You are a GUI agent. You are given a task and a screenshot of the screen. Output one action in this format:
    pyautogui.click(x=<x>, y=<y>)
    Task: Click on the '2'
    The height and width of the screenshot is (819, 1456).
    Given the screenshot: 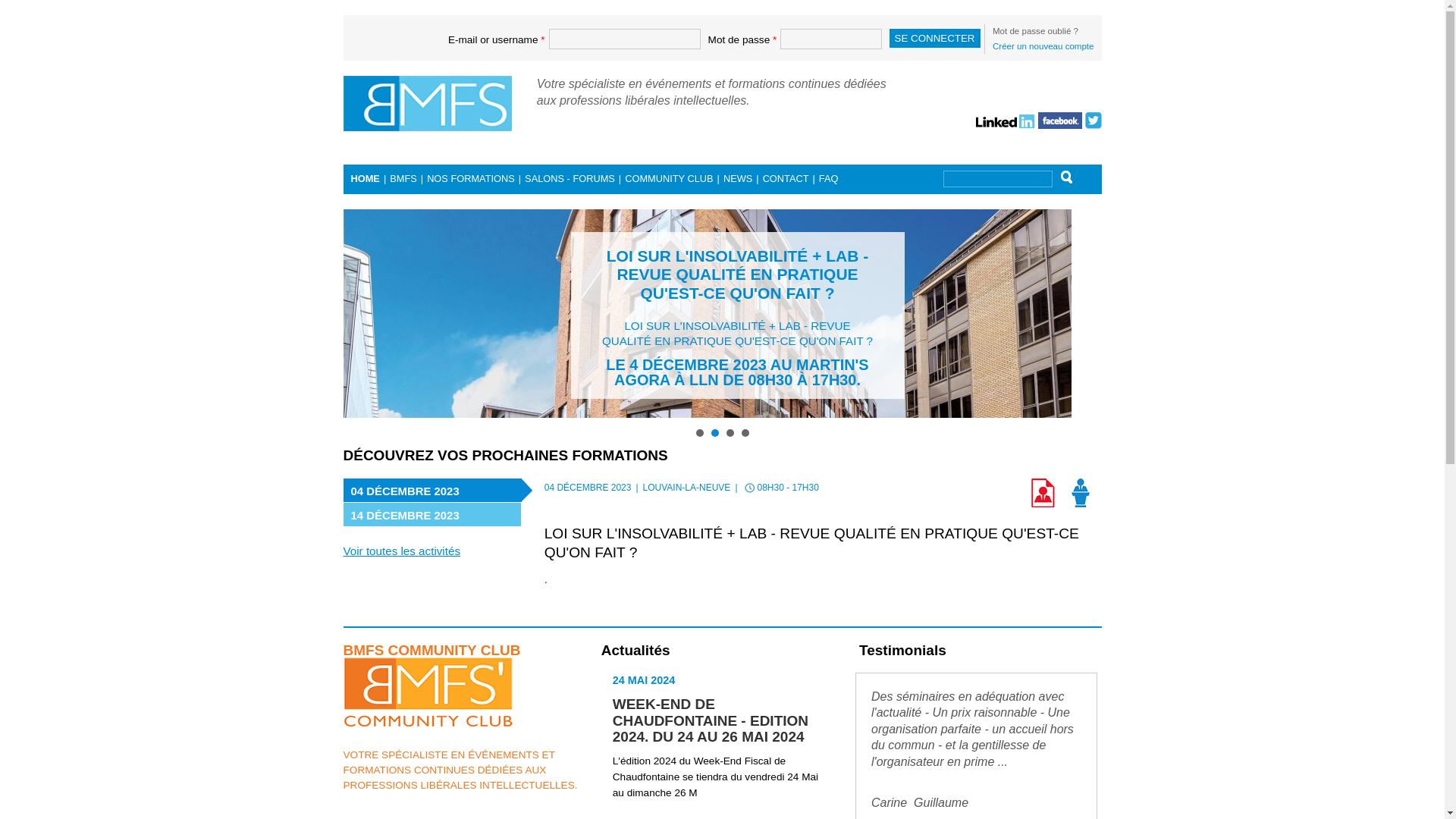 What is the action you would take?
    pyautogui.click(x=714, y=432)
    